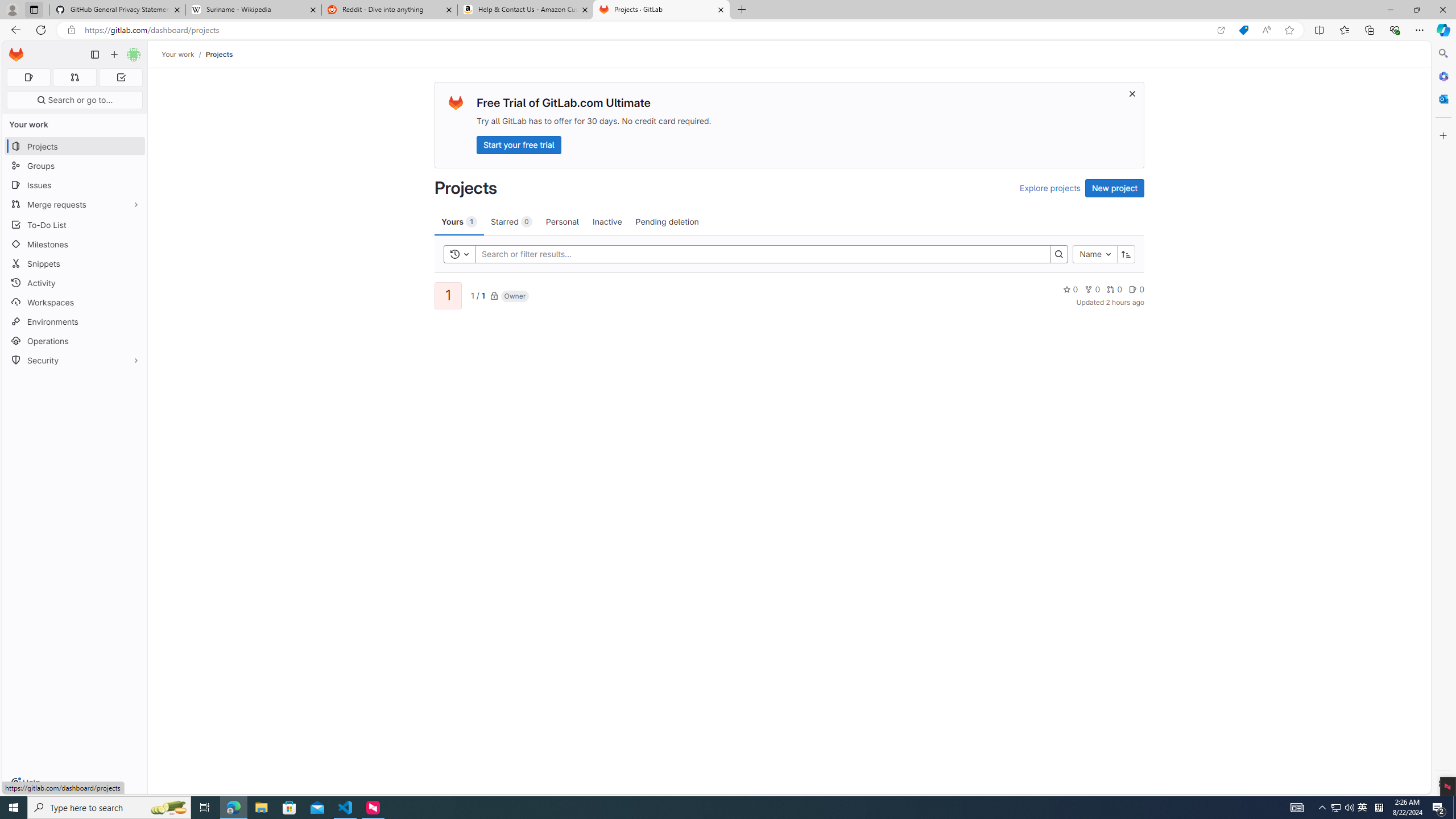 This screenshot has width=1456, height=819. What do you see at coordinates (74, 185) in the screenshot?
I see `'Issues'` at bounding box center [74, 185].